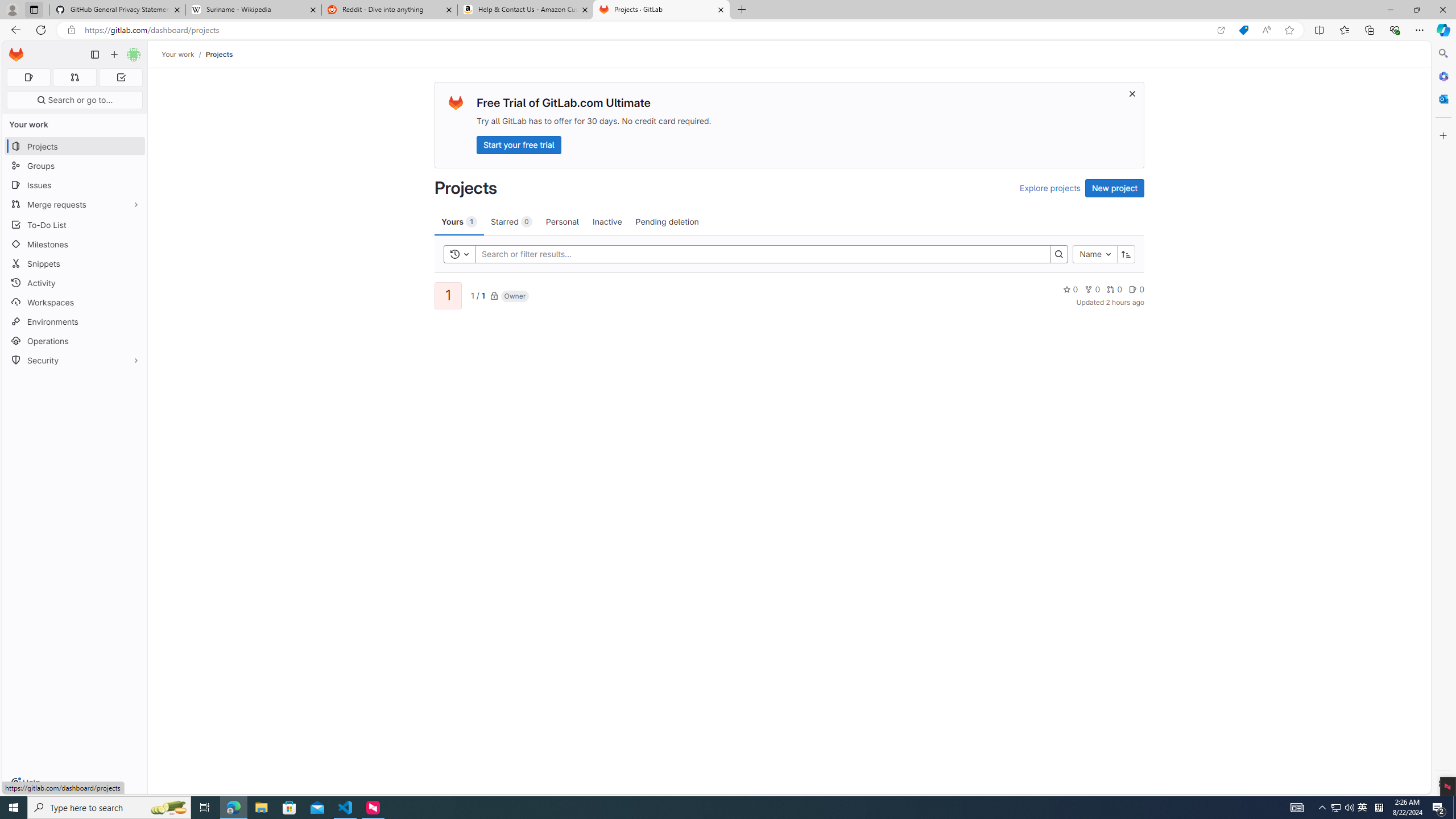 This screenshot has width=1456, height=819. What do you see at coordinates (74, 185) in the screenshot?
I see `'Issues'` at bounding box center [74, 185].